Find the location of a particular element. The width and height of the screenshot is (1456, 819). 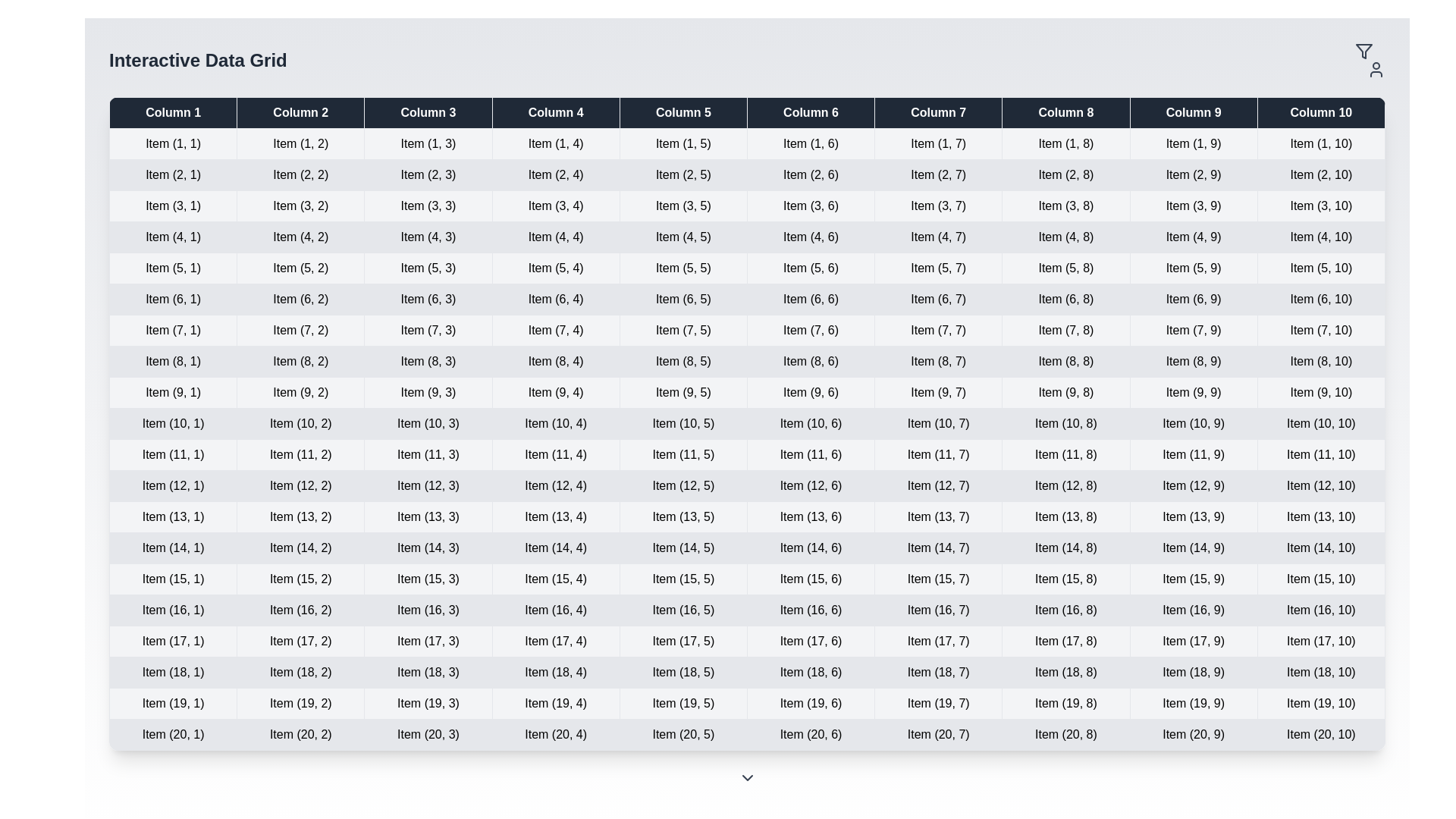

the filter icon to open the filter menu is located at coordinates (1370, 60).